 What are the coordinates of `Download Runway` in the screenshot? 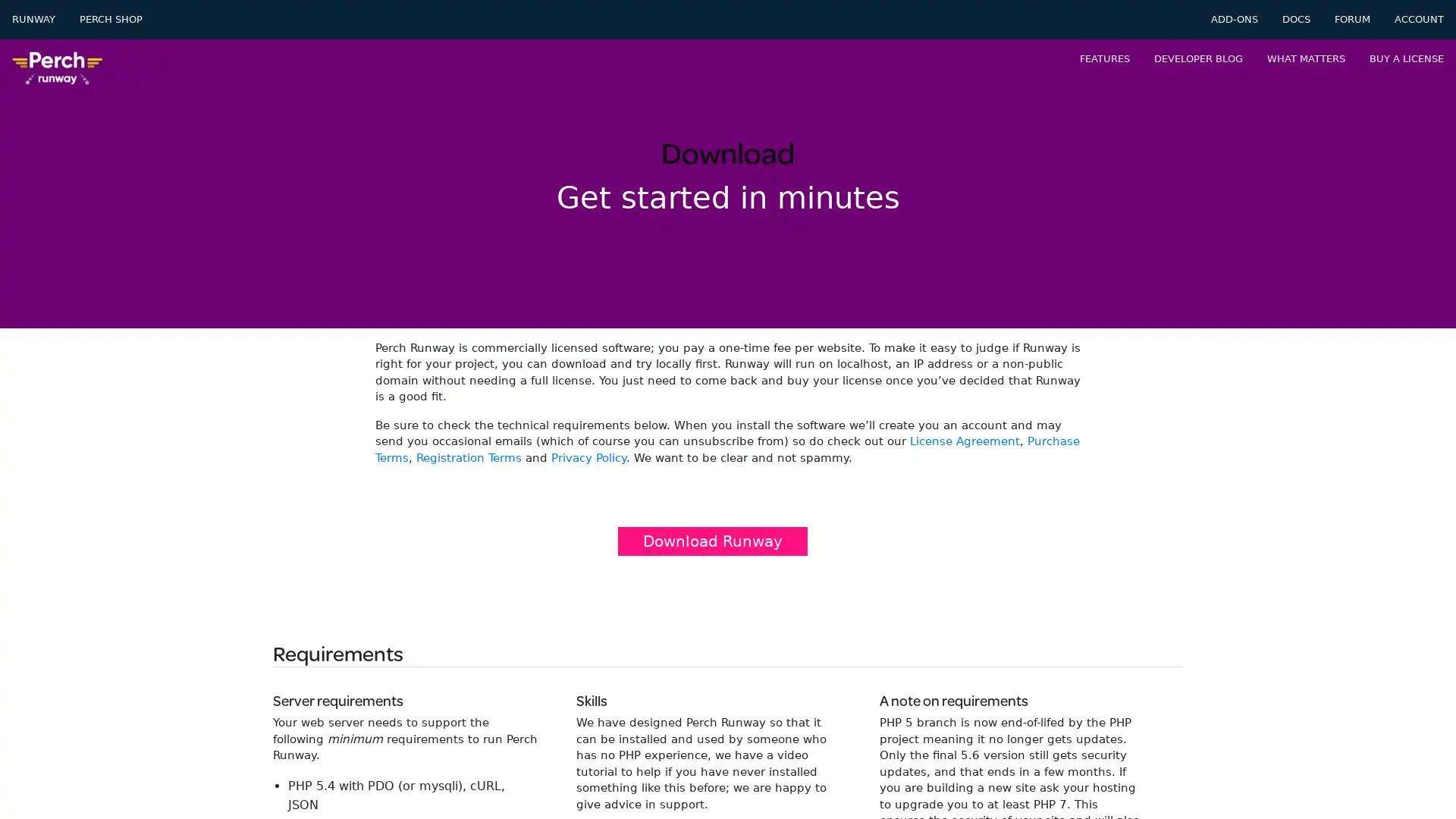 It's located at (711, 540).